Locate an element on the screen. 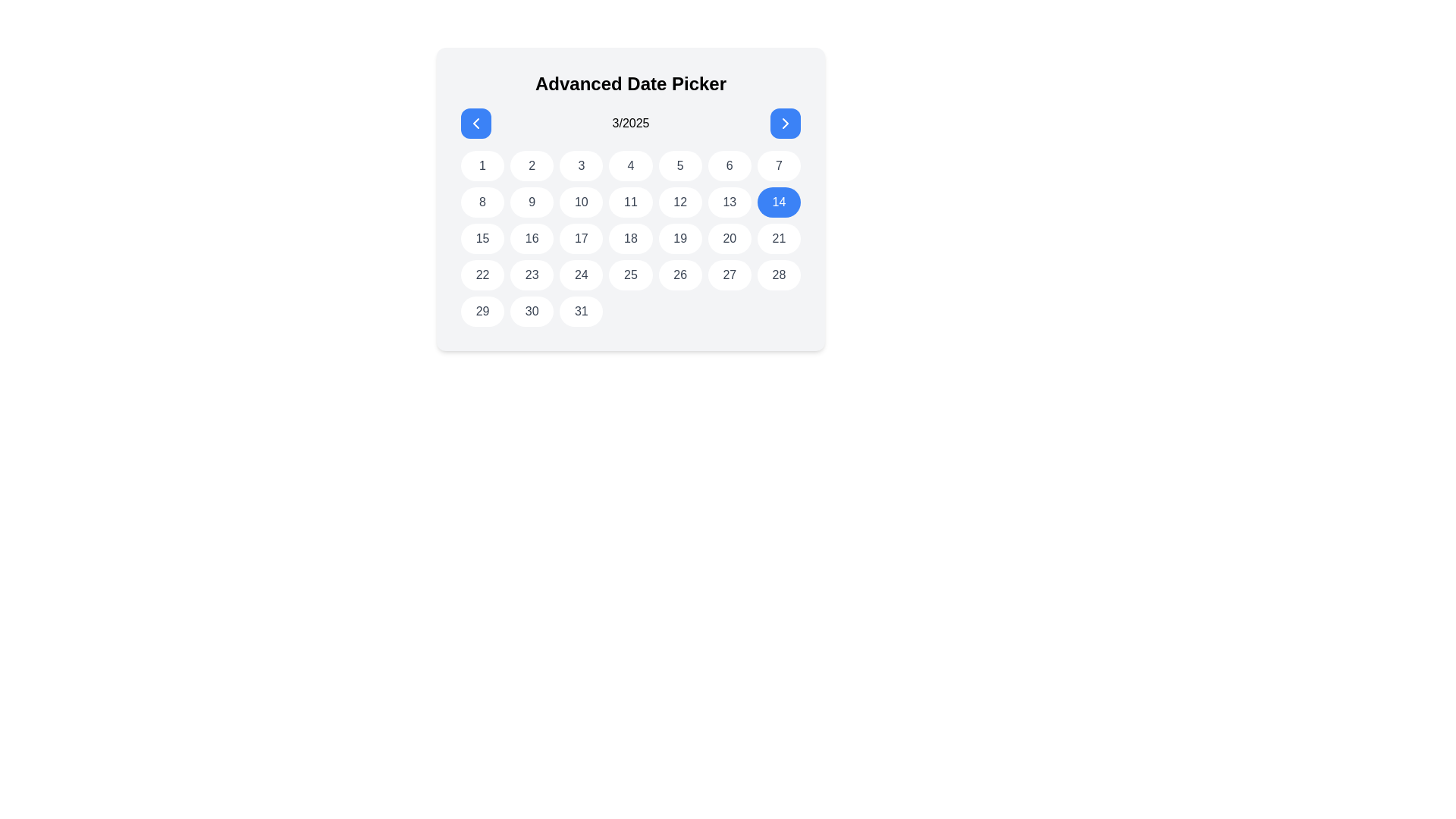 Image resolution: width=1456 pixels, height=819 pixels. the leftmost button in the calendar header is located at coordinates (475, 122).